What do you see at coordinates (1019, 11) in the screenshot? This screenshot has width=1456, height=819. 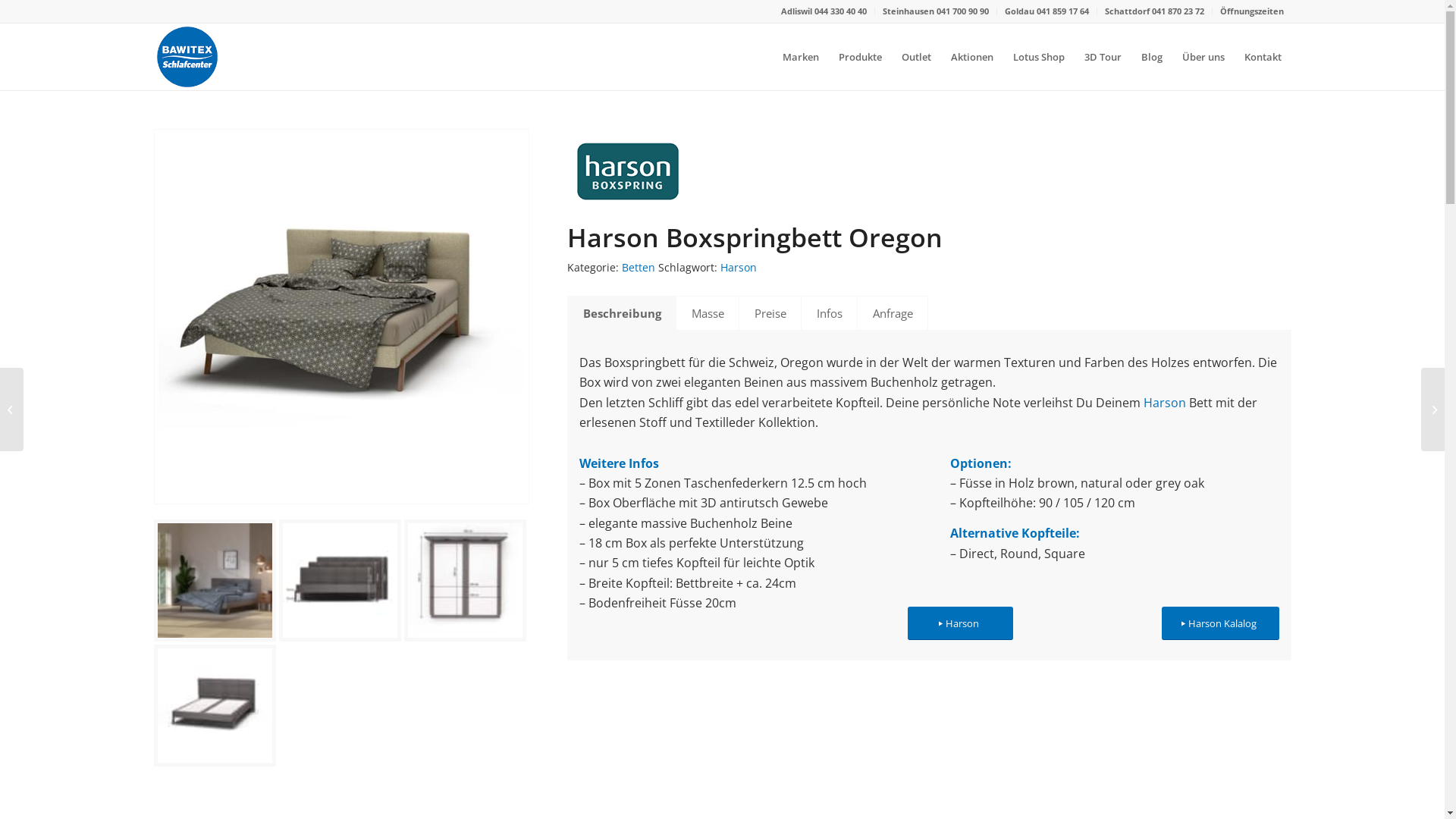 I see `'Goldau'` at bounding box center [1019, 11].